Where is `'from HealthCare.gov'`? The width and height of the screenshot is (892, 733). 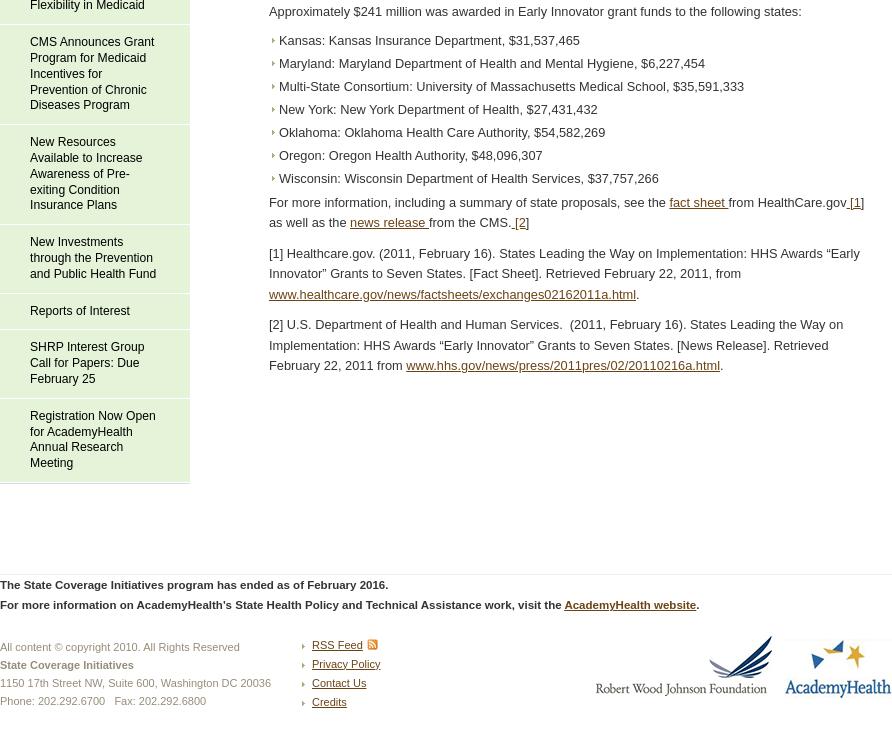 'from HealthCare.gov' is located at coordinates (786, 200).